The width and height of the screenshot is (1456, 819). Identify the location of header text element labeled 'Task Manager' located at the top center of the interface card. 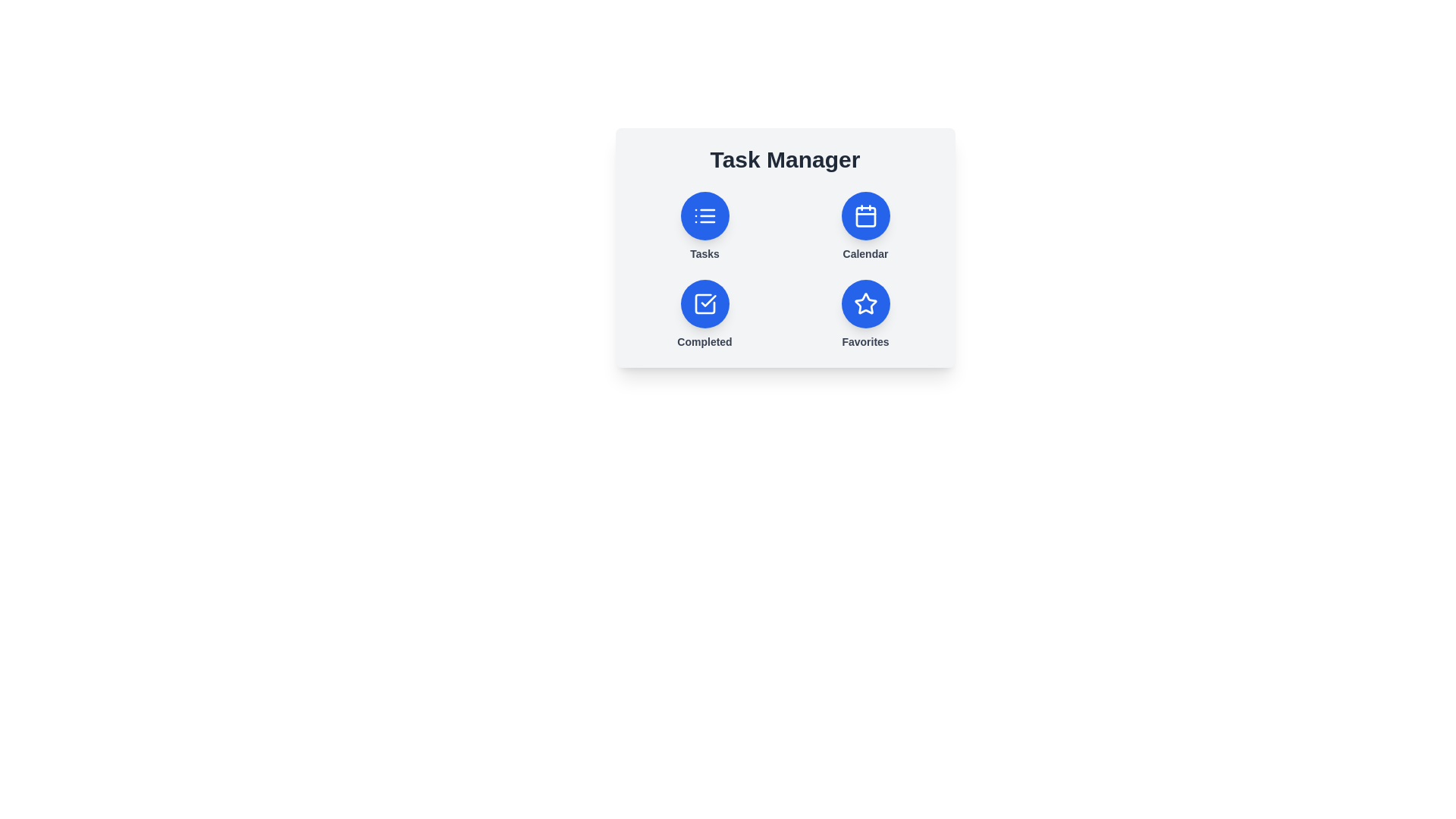
(785, 160).